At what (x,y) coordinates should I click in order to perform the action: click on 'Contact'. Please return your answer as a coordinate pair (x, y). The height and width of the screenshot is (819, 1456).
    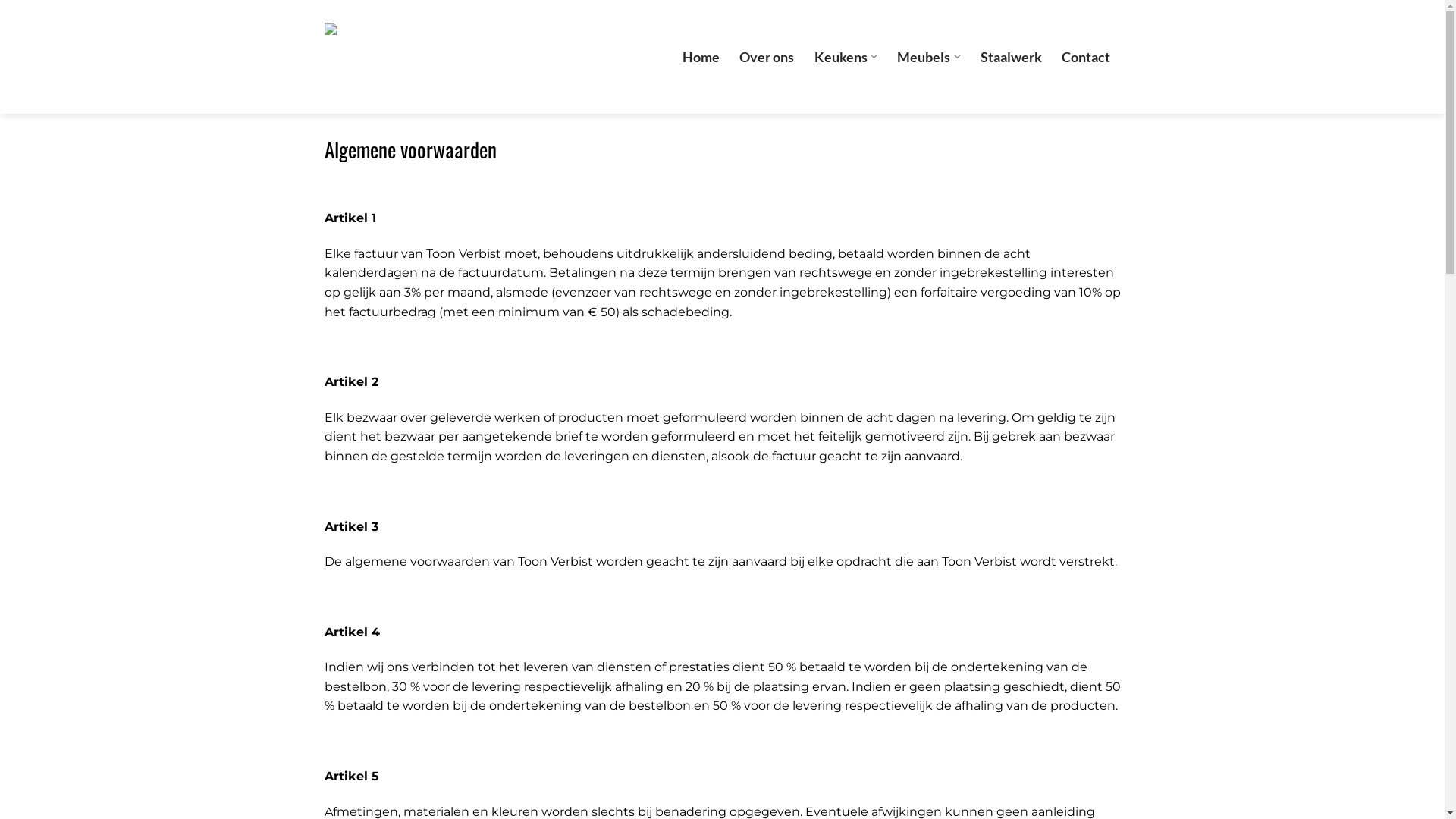
    Looking at the image, I should click on (1084, 55).